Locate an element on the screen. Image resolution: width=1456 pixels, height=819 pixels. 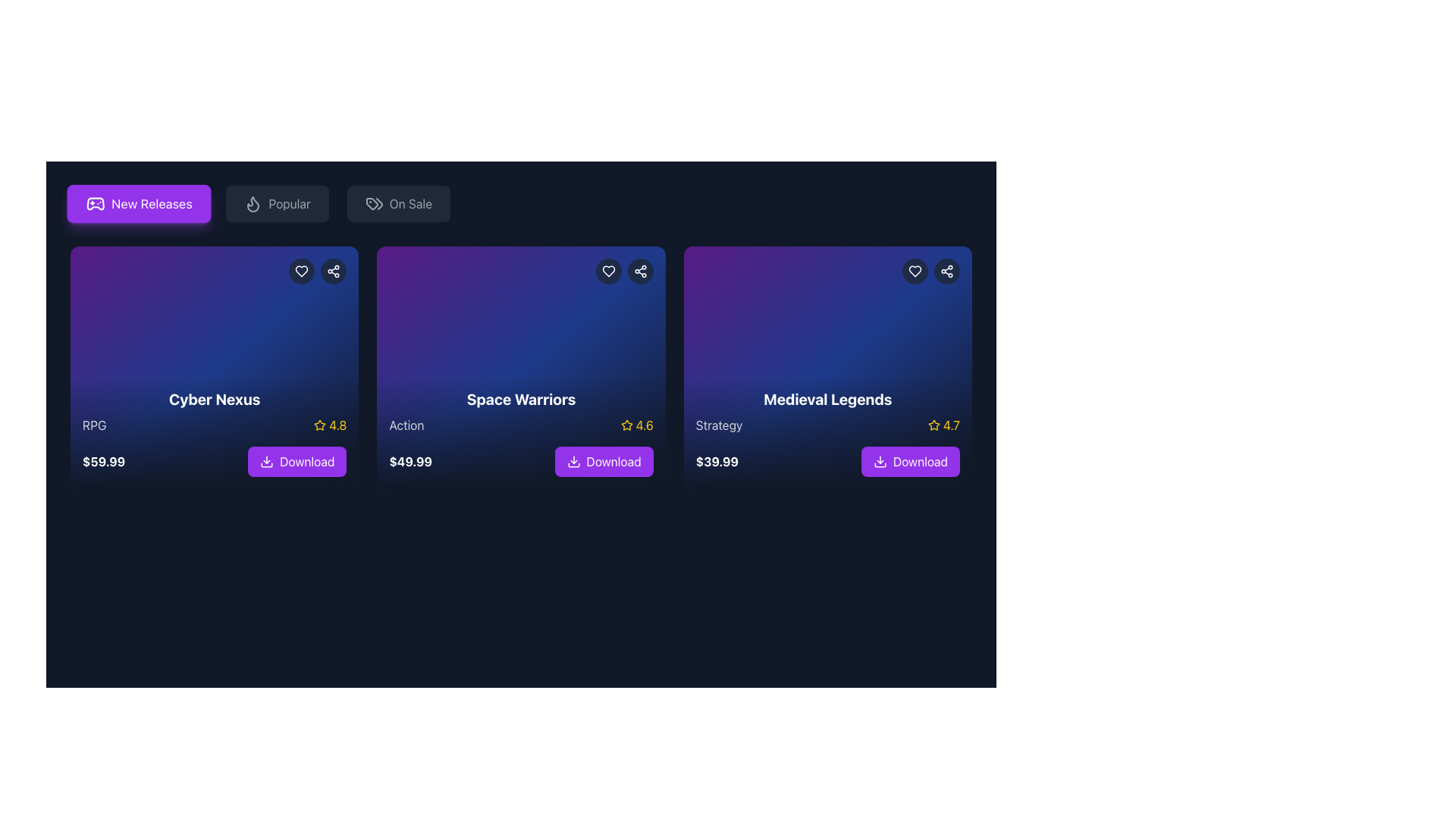
static text label displaying 'Strategy' which is located at the bottom of the 'Medieval Legends' card component is located at coordinates (718, 425).